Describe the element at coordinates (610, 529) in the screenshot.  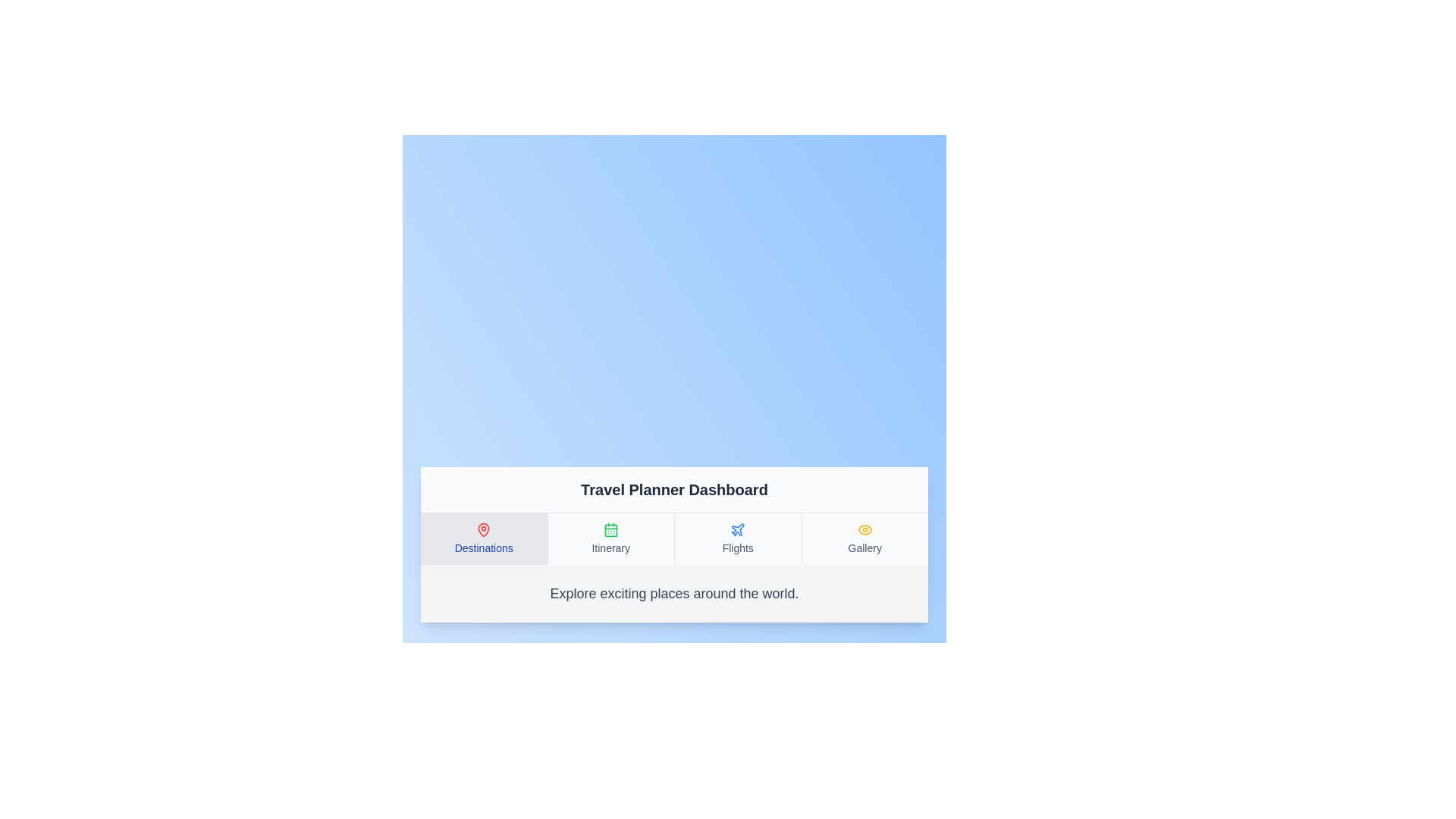
I see `the green calendar icon located below the 'Itinerary' header in the Travel Planner Dashboard` at that location.